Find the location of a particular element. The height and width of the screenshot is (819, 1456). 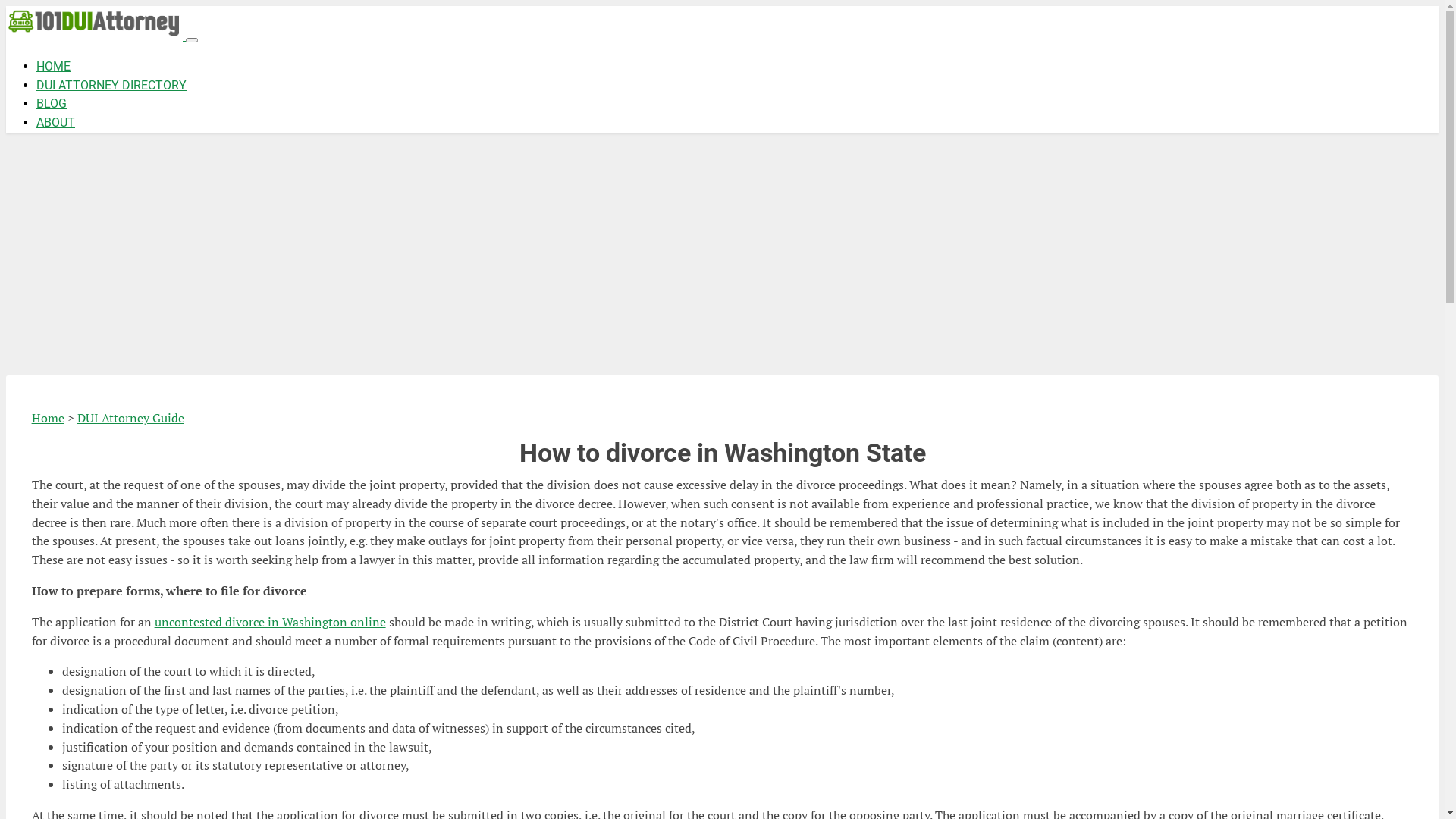

'HOME' is located at coordinates (36, 65).